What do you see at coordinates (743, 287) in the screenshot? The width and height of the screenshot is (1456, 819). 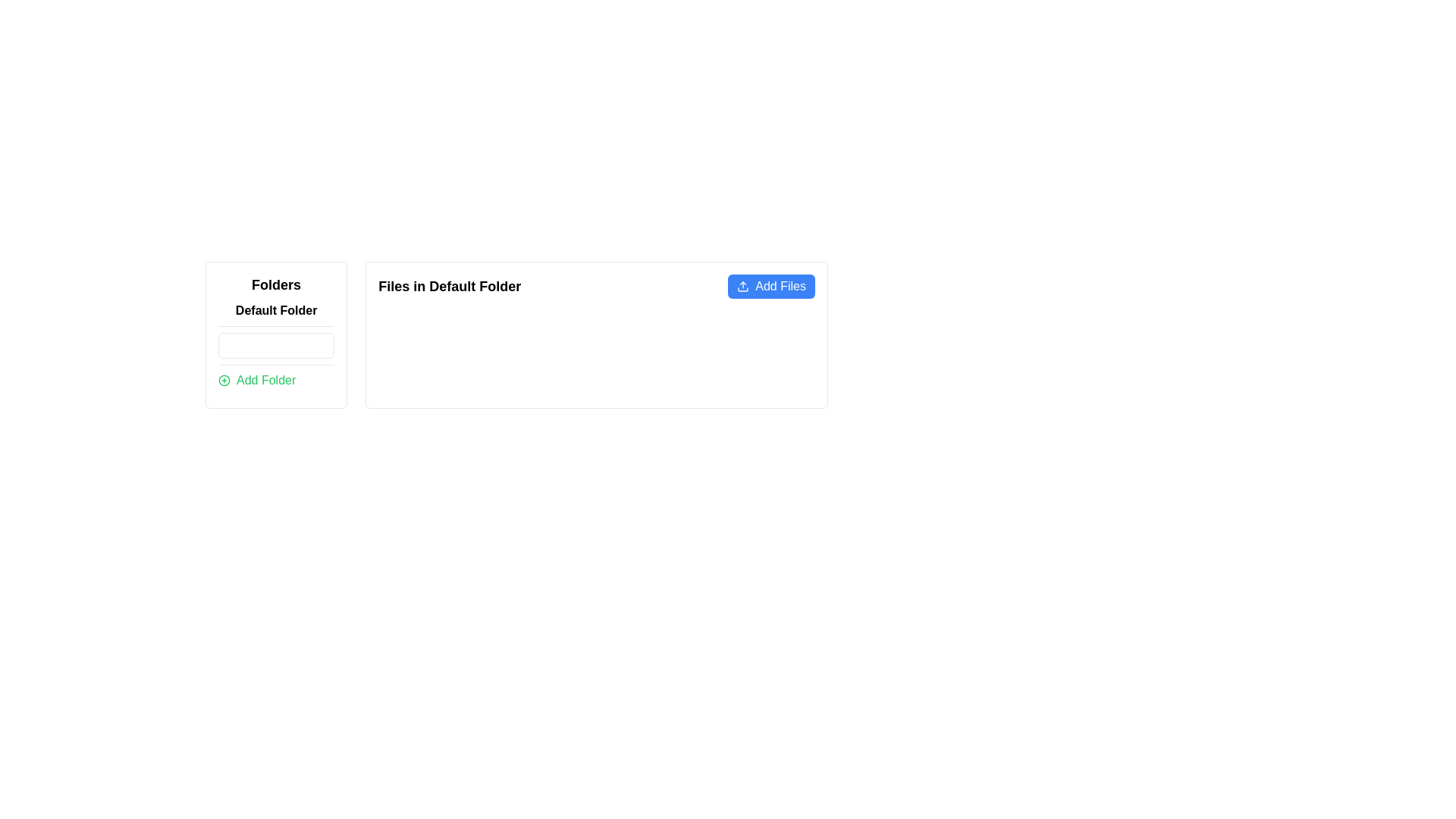 I see `the 'Add Files' button which contains an upward-pointing arrow icon for uploading files` at bounding box center [743, 287].